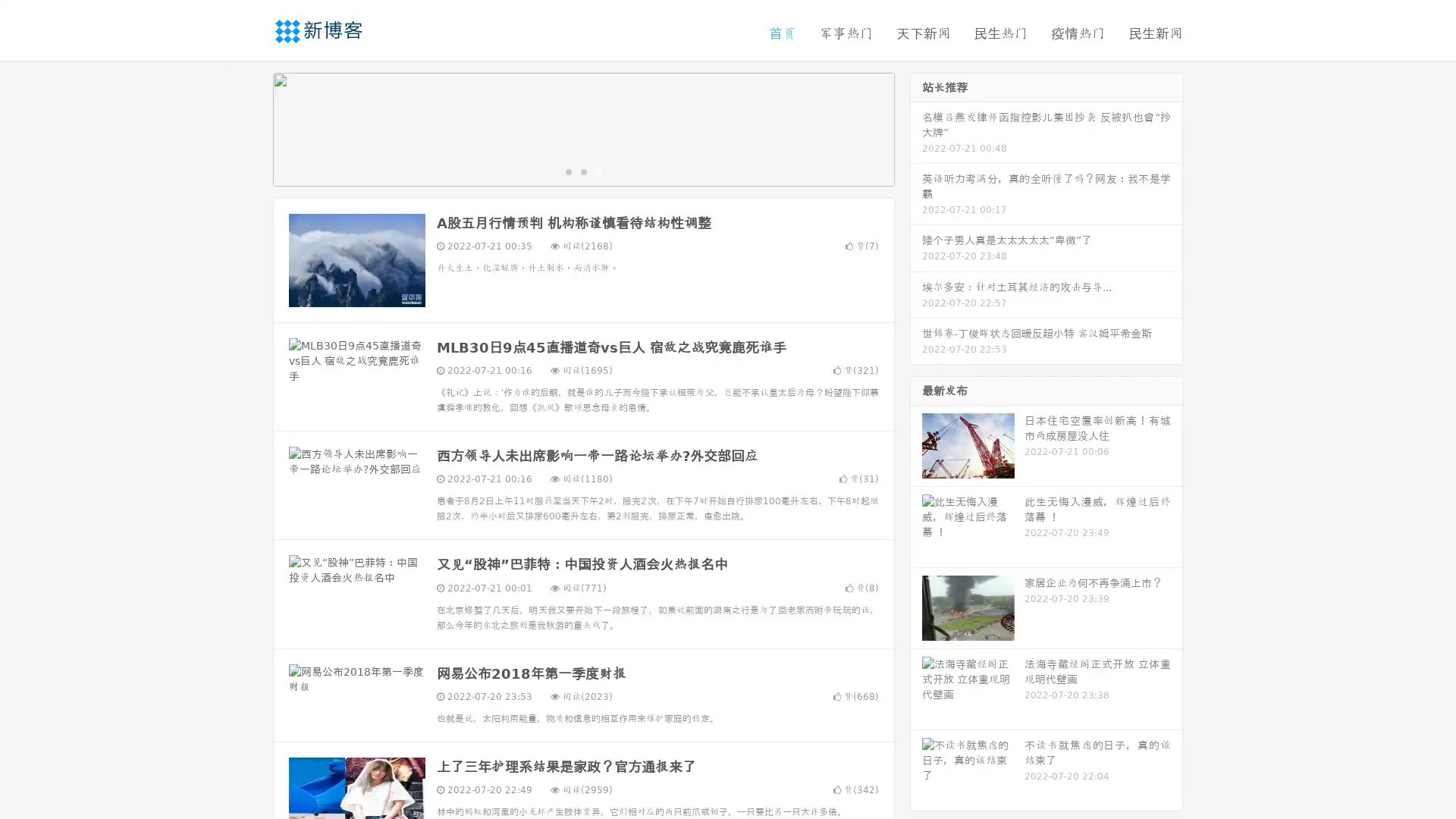  What do you see at coordinates (598, 171) in the screenshot?
I see `Go to slide 3` at bounding box center [598, 171].